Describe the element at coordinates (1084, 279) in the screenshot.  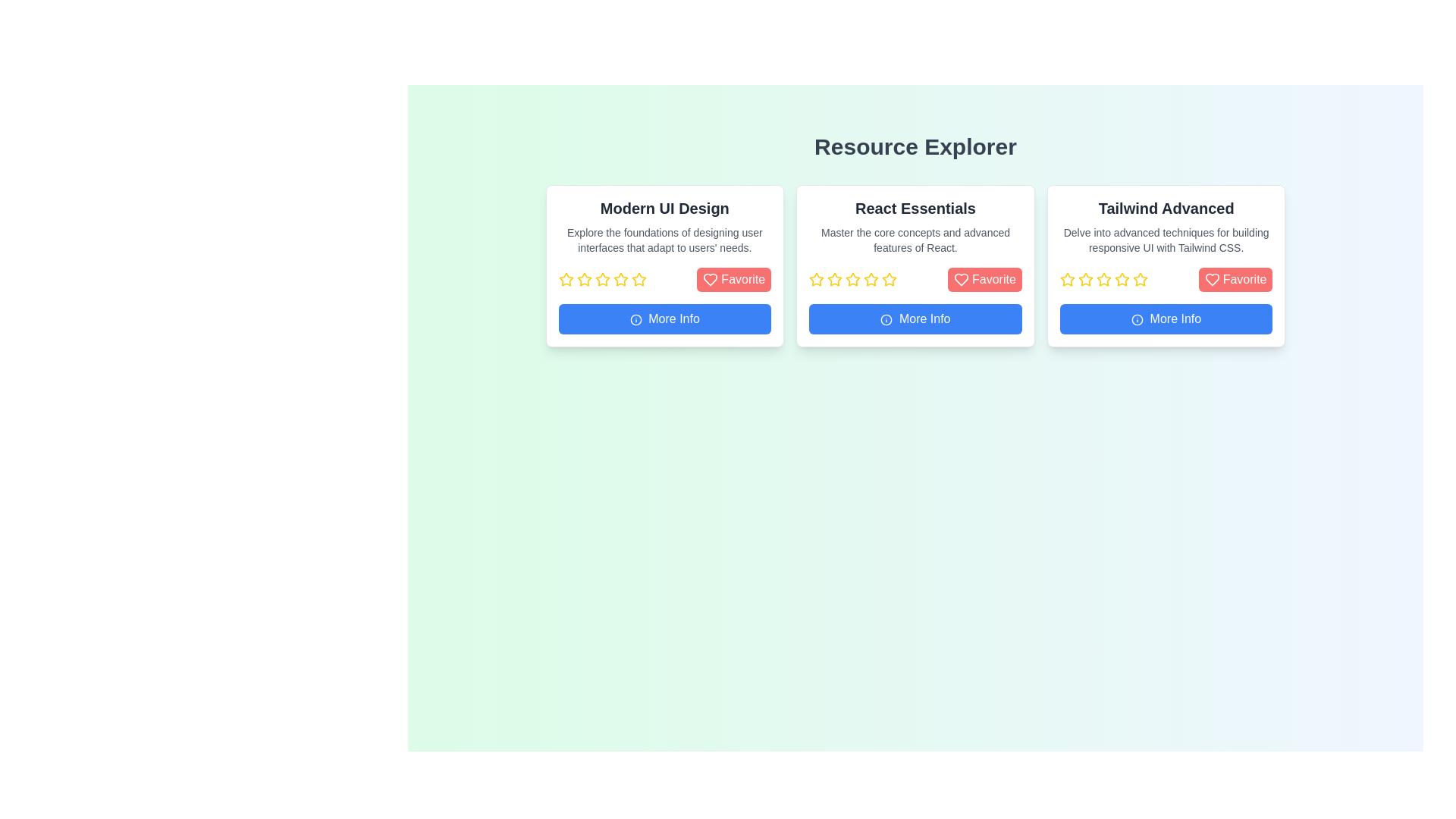
I see `the second star icon in the rating section of the 'Tailwind Advanced' card` at that location.